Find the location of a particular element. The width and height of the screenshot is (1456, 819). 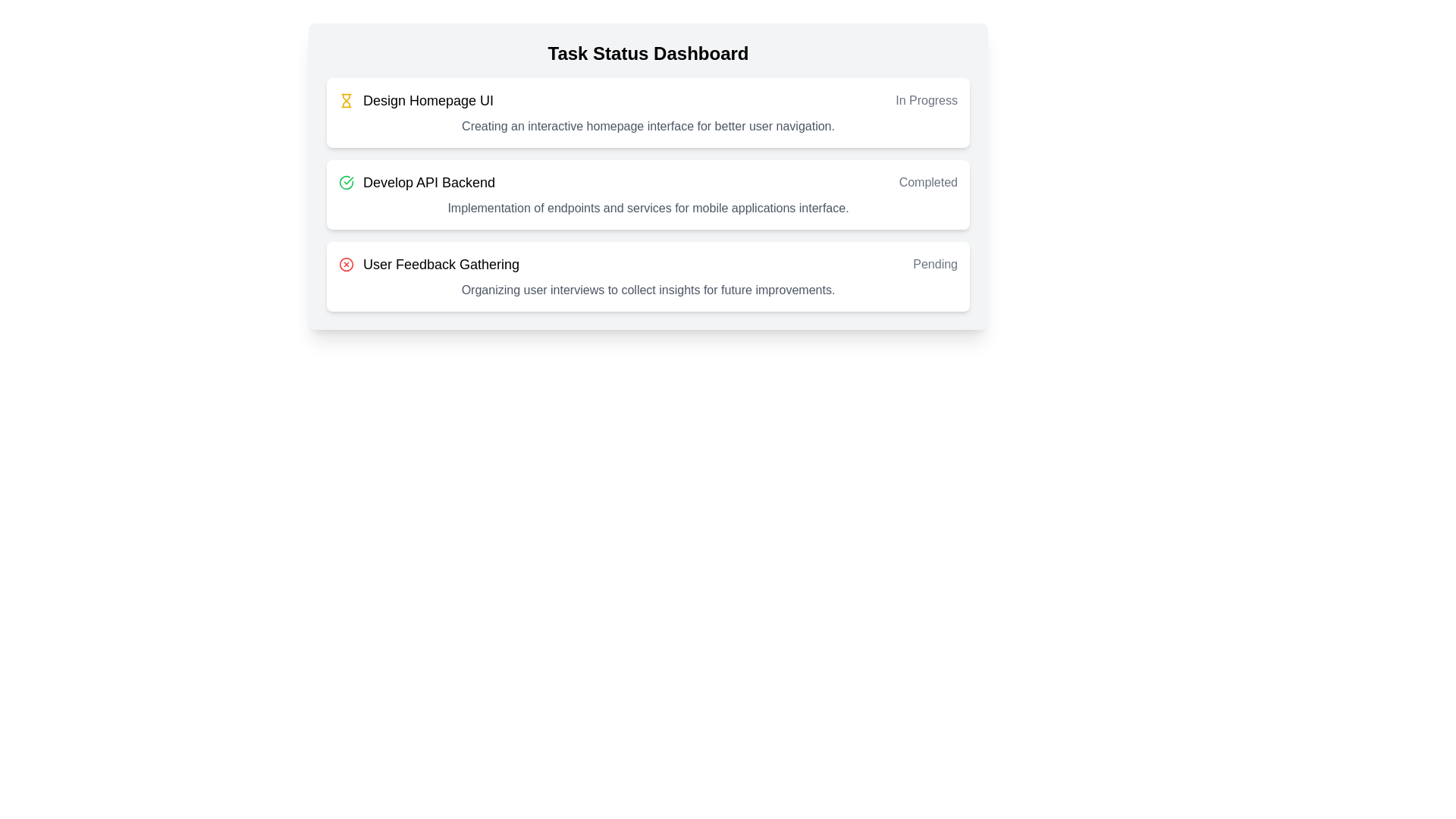

text label displaying 'Develop API Backend', which is styled in bold font and located under the 'Task Status Dashboard' header is located at coordinates (428, 181).